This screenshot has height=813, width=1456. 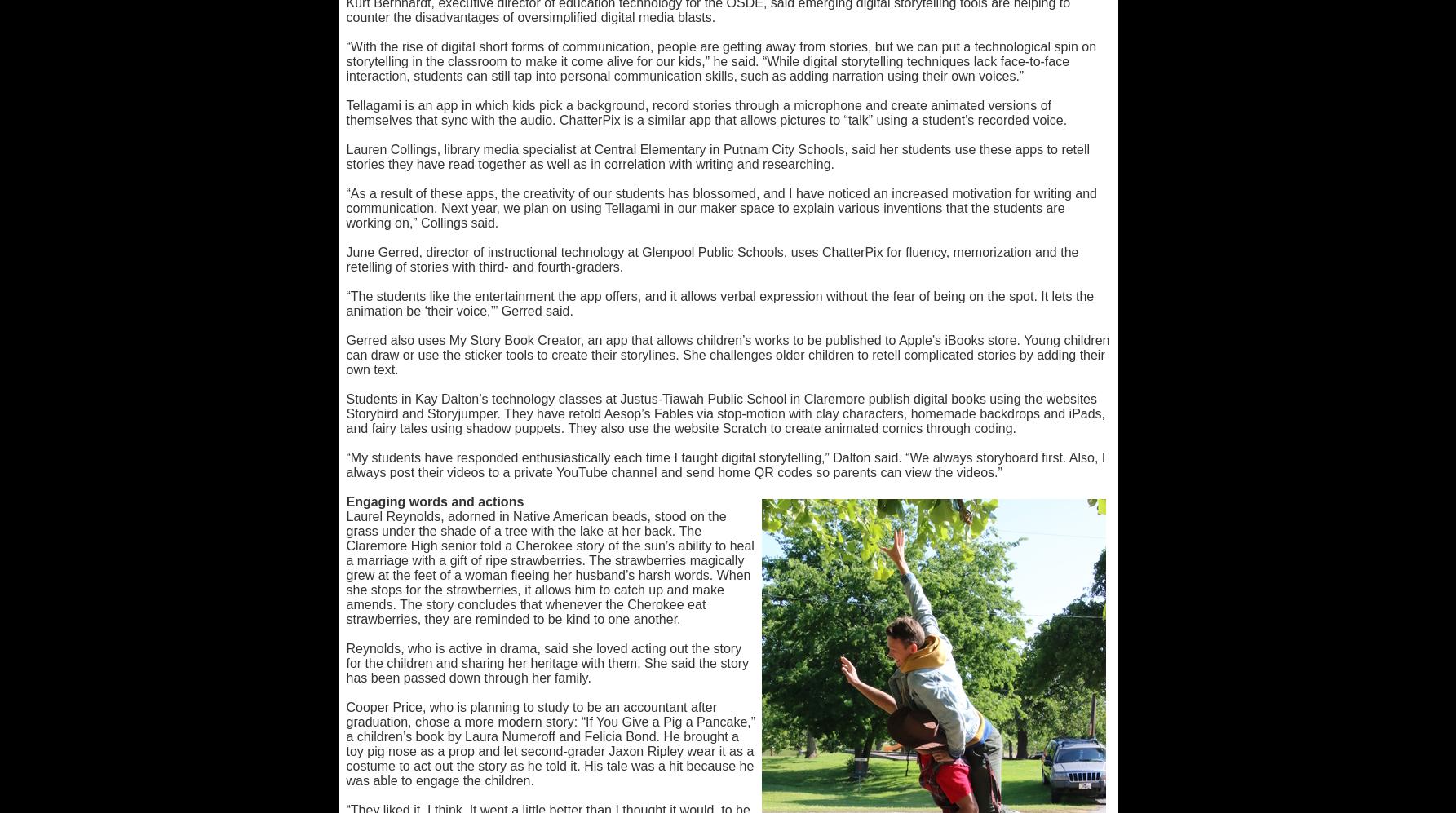 I want to click on '“My students have responded enthusiastically each time I taught digital storytelling,” Dalton said. “We always storyboard first. Also, I always post their videos to a private YouTube channel and send home QR codes so parents can view the videos.”', so click(x=725, y=465).